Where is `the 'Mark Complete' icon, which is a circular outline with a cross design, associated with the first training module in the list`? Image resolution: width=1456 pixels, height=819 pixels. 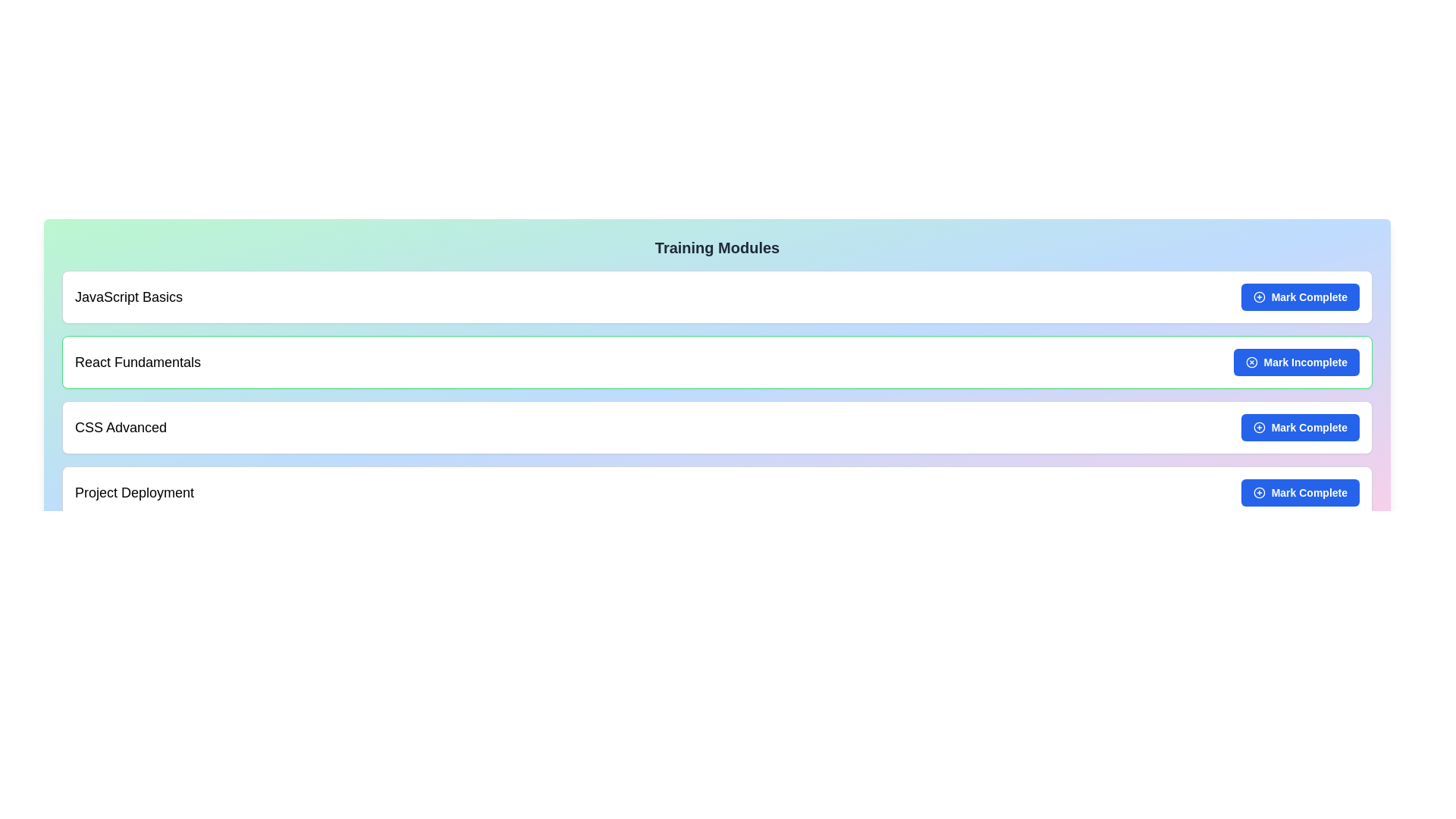 the 'Mark Complete' icon, which is a circular outline with a cross design, associated with the first training module in the list is located at coordinates (1259, 297).